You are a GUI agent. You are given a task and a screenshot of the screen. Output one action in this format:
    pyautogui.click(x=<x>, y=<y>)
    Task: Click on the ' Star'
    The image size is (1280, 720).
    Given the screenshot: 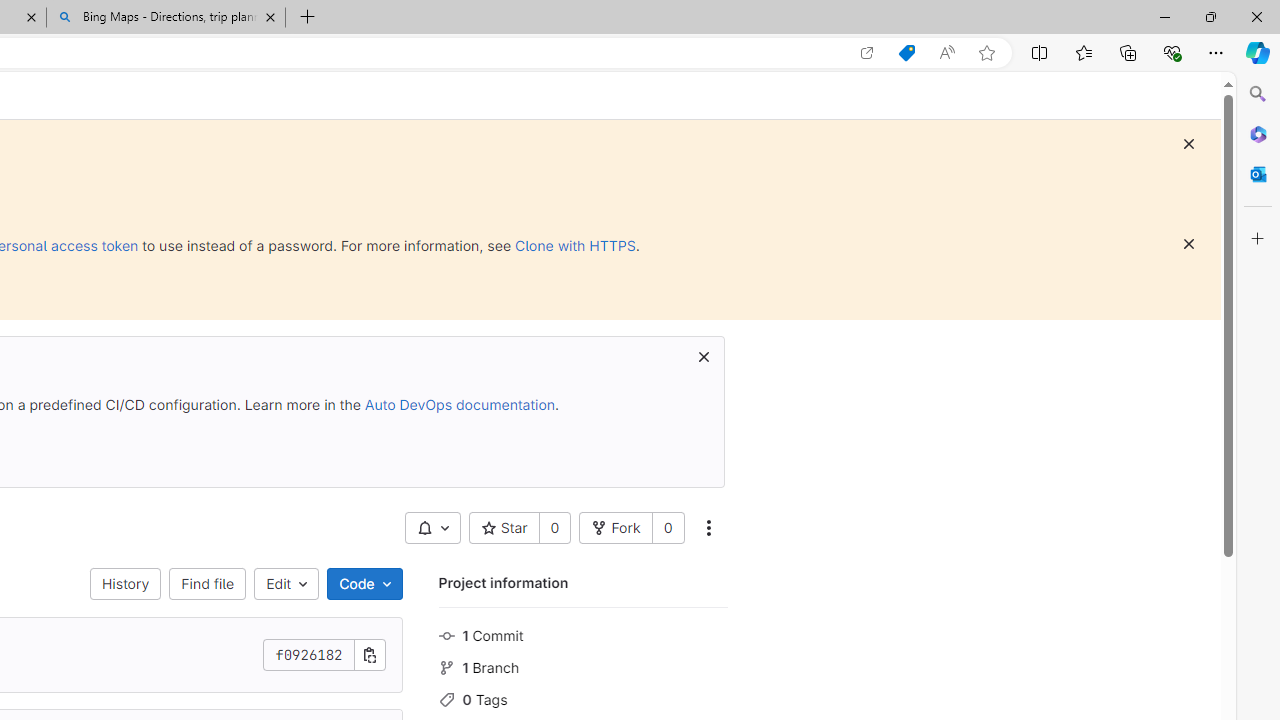 What is the action you would take?
    pyautogui.click(x=504, y=527)
    